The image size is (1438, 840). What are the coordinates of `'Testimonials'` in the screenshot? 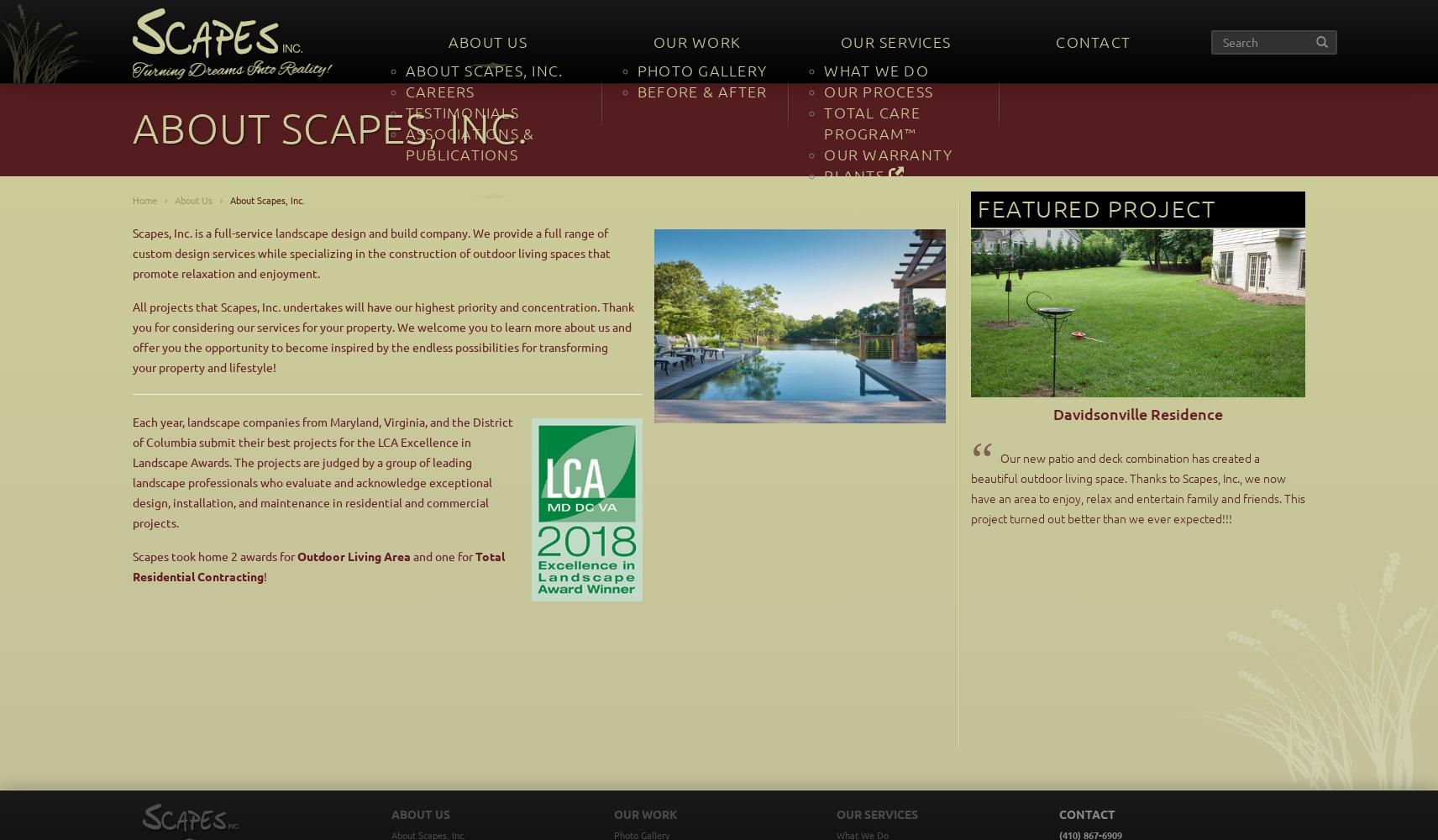 It's located at (460, 112).